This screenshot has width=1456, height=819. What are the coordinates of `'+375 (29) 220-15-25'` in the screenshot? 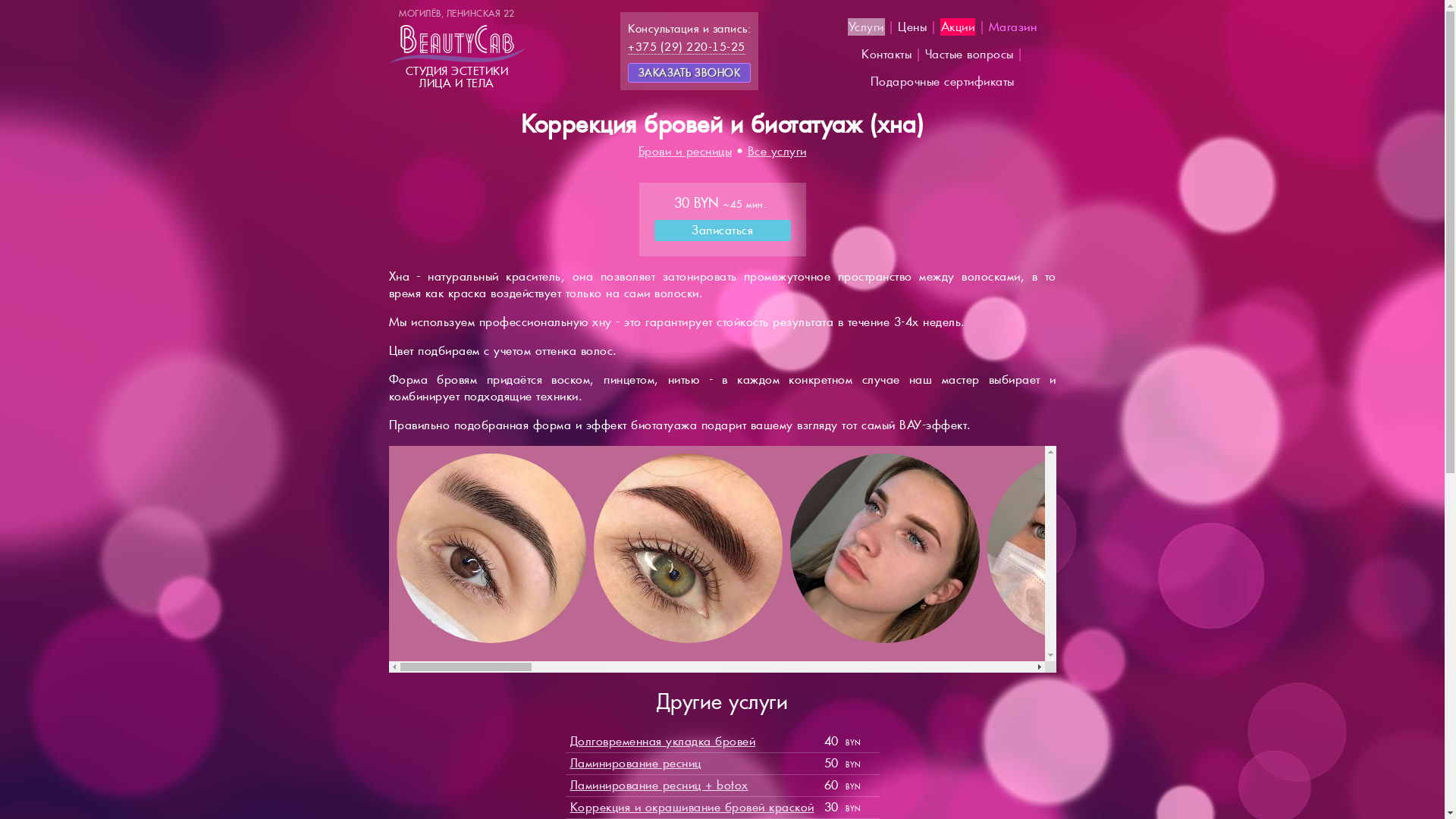 It's located at (686, 45).